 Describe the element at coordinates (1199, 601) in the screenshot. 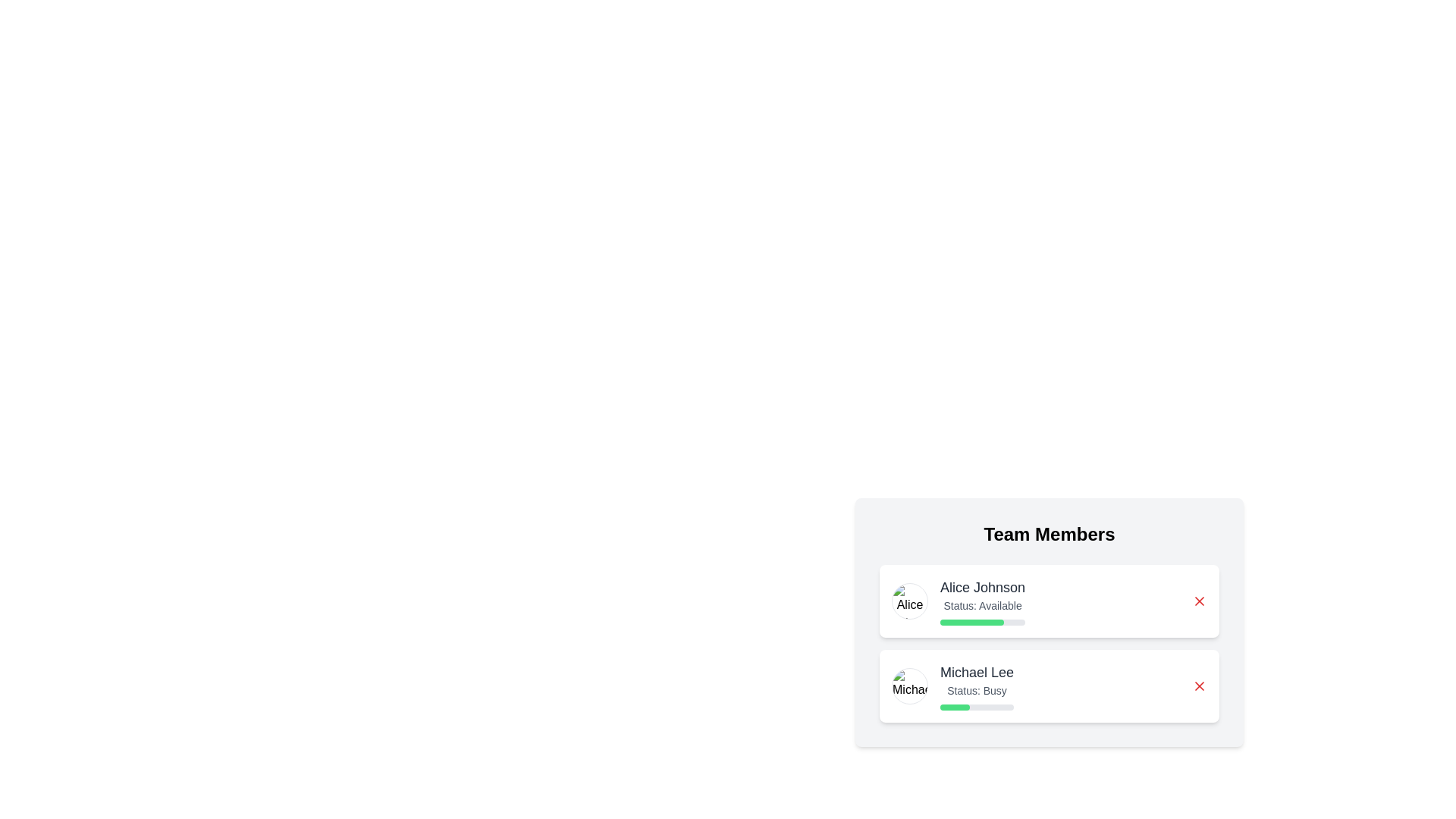

I see `remove button for the profile with name Alice Johnson` at that location.